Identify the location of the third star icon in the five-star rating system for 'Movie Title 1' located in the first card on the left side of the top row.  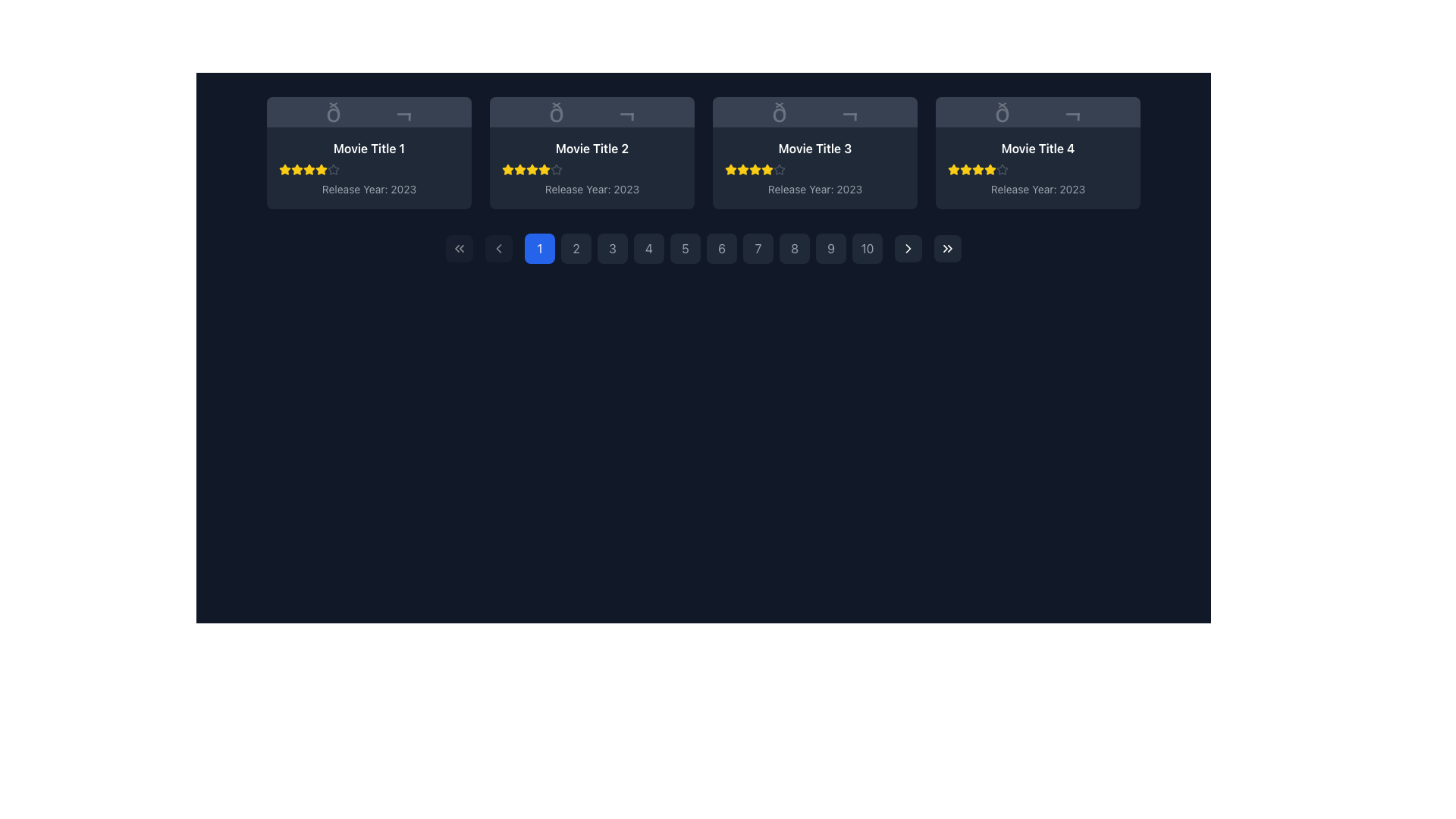
(297, 169).